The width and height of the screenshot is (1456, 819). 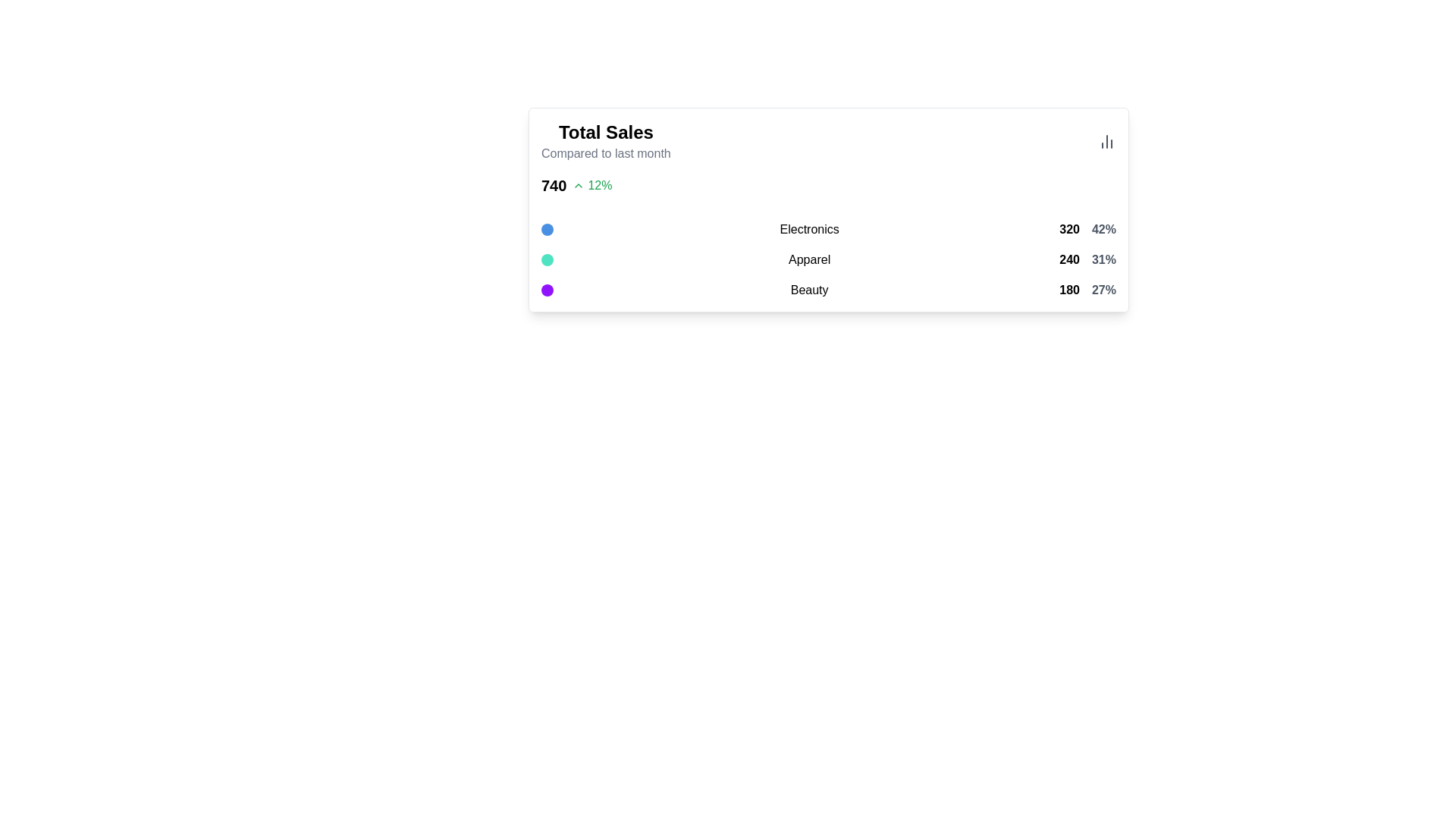 I want to click on data details of the 'Electronics' category in the summary chart, which includes the numeric value '320' and the percentage '42%', so click(x=828, y=230).